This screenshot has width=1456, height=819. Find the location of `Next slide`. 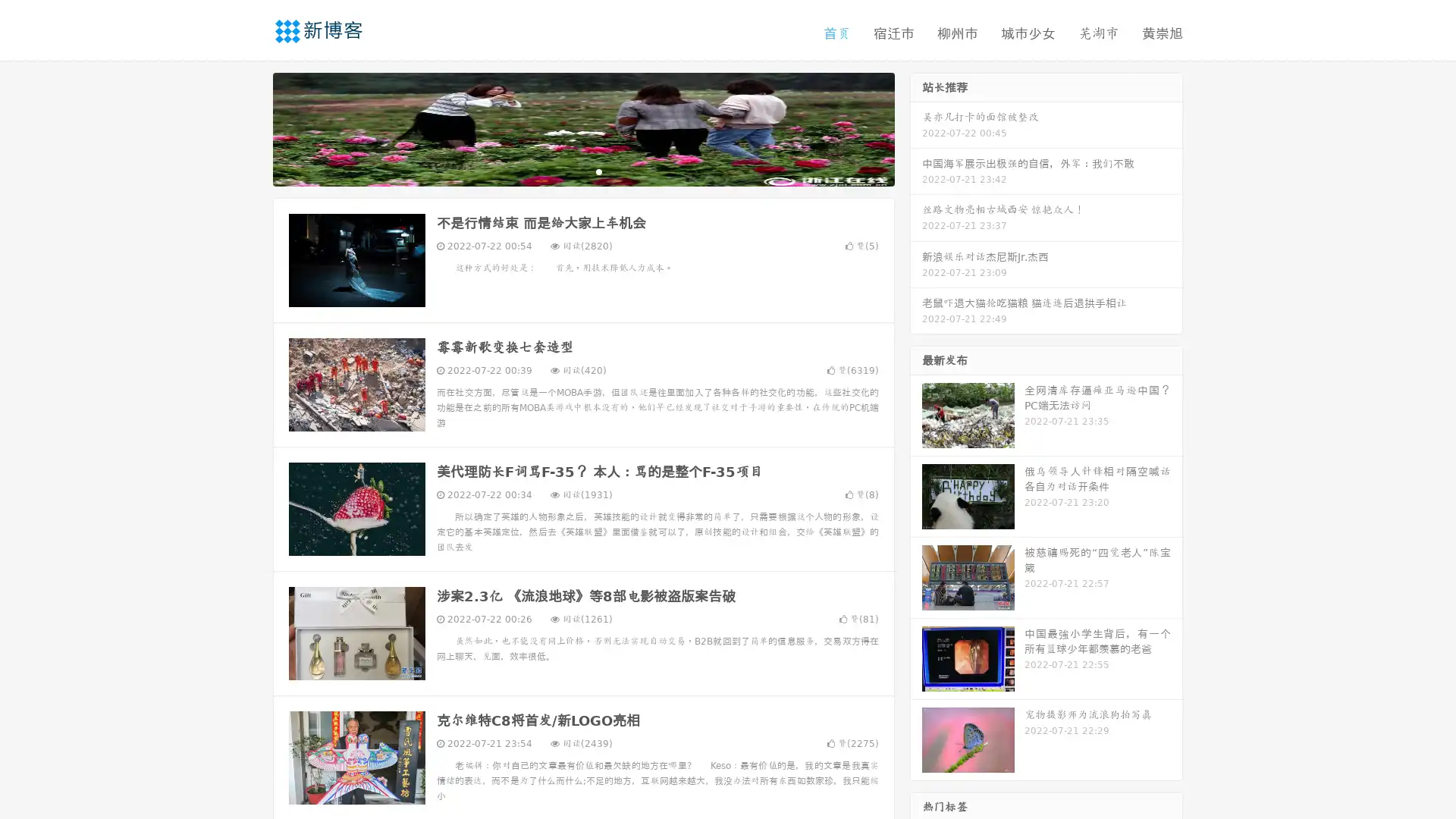

Next slide is located at coordinates (916, 127).